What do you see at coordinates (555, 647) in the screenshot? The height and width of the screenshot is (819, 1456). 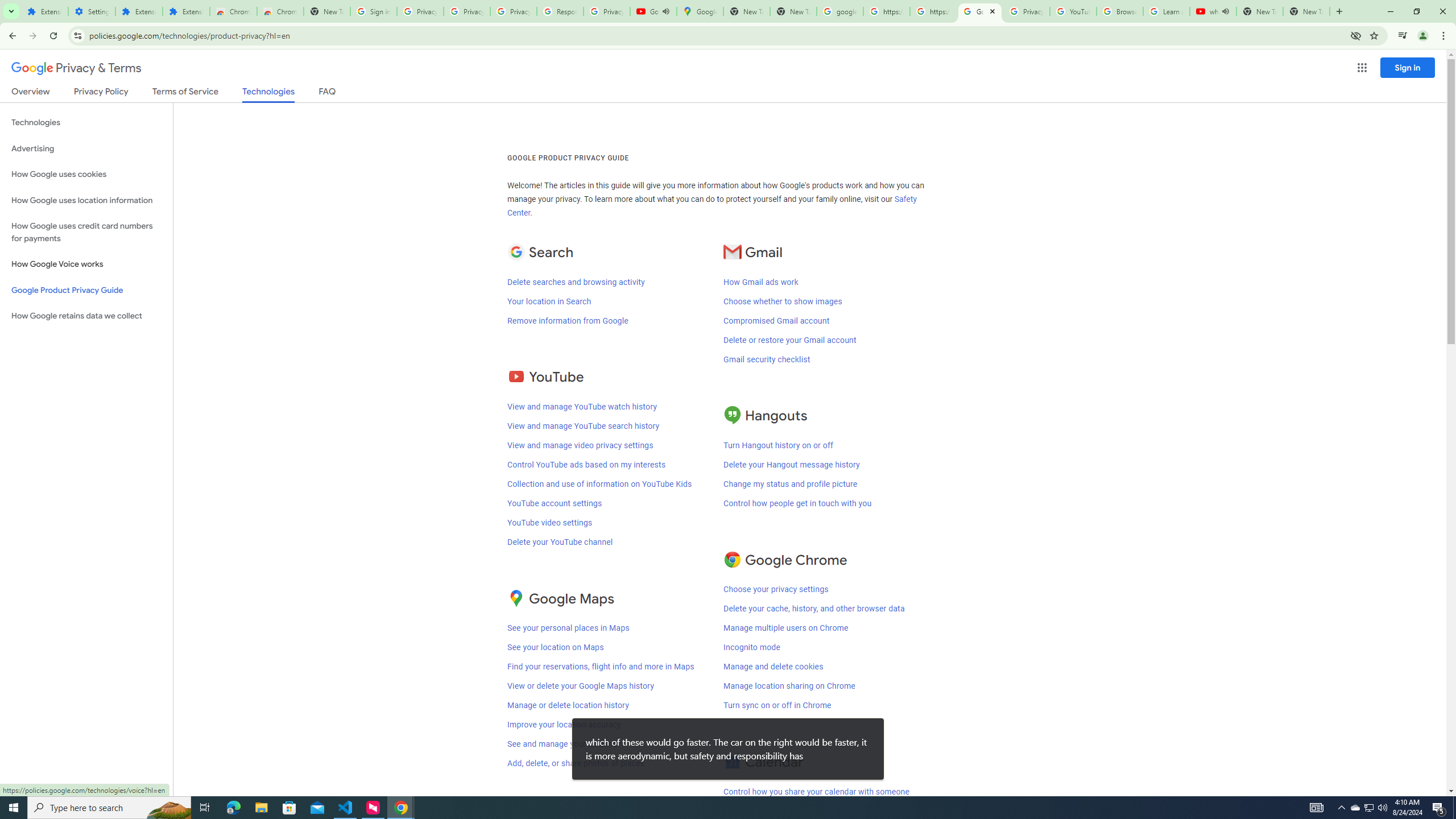 I see `'See your location on Maps'` at bounding box center [555, 647].